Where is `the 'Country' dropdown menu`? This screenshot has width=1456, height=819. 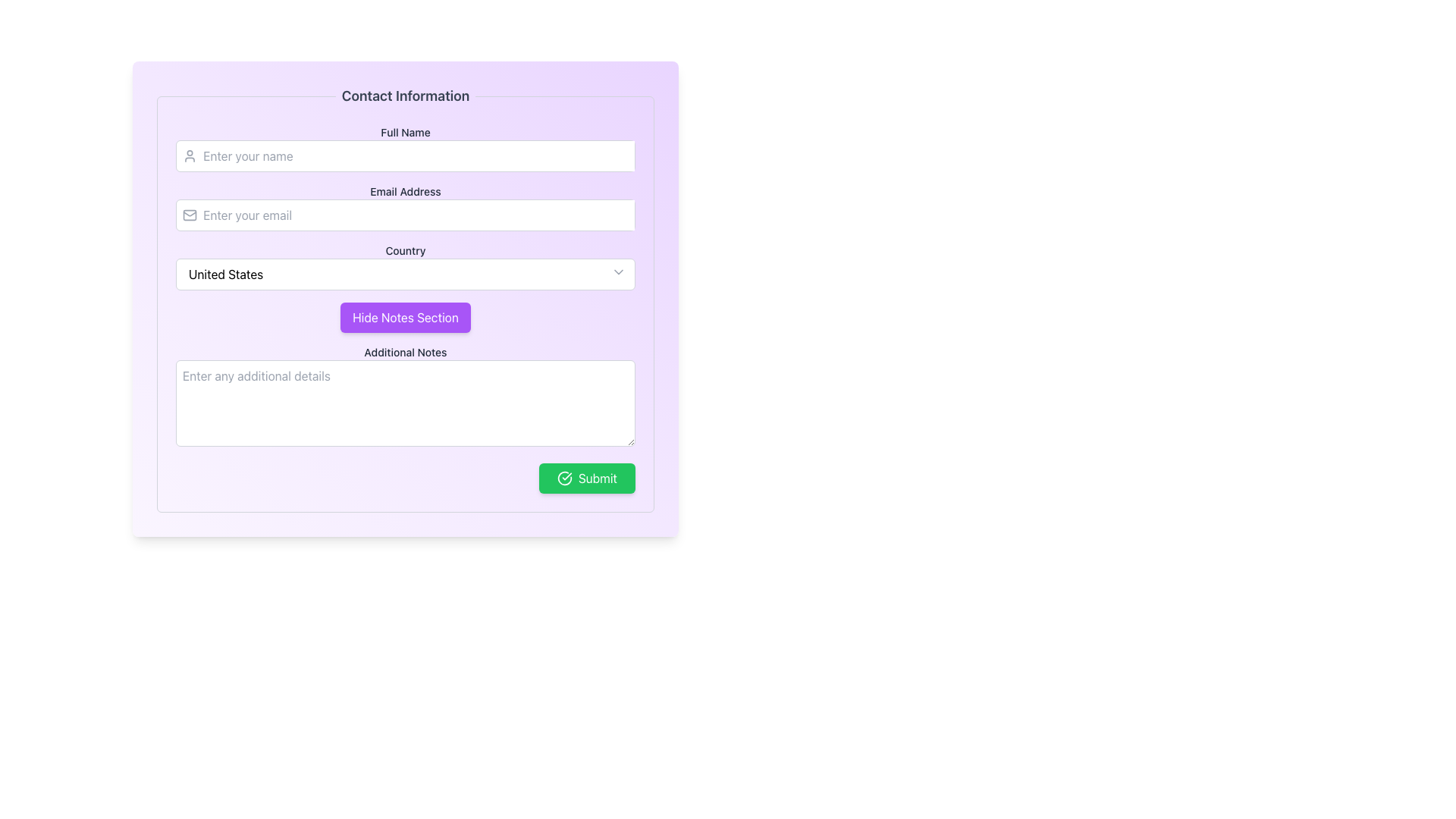
the 'Country' dropdown menu is located at coordinates (405, 265).